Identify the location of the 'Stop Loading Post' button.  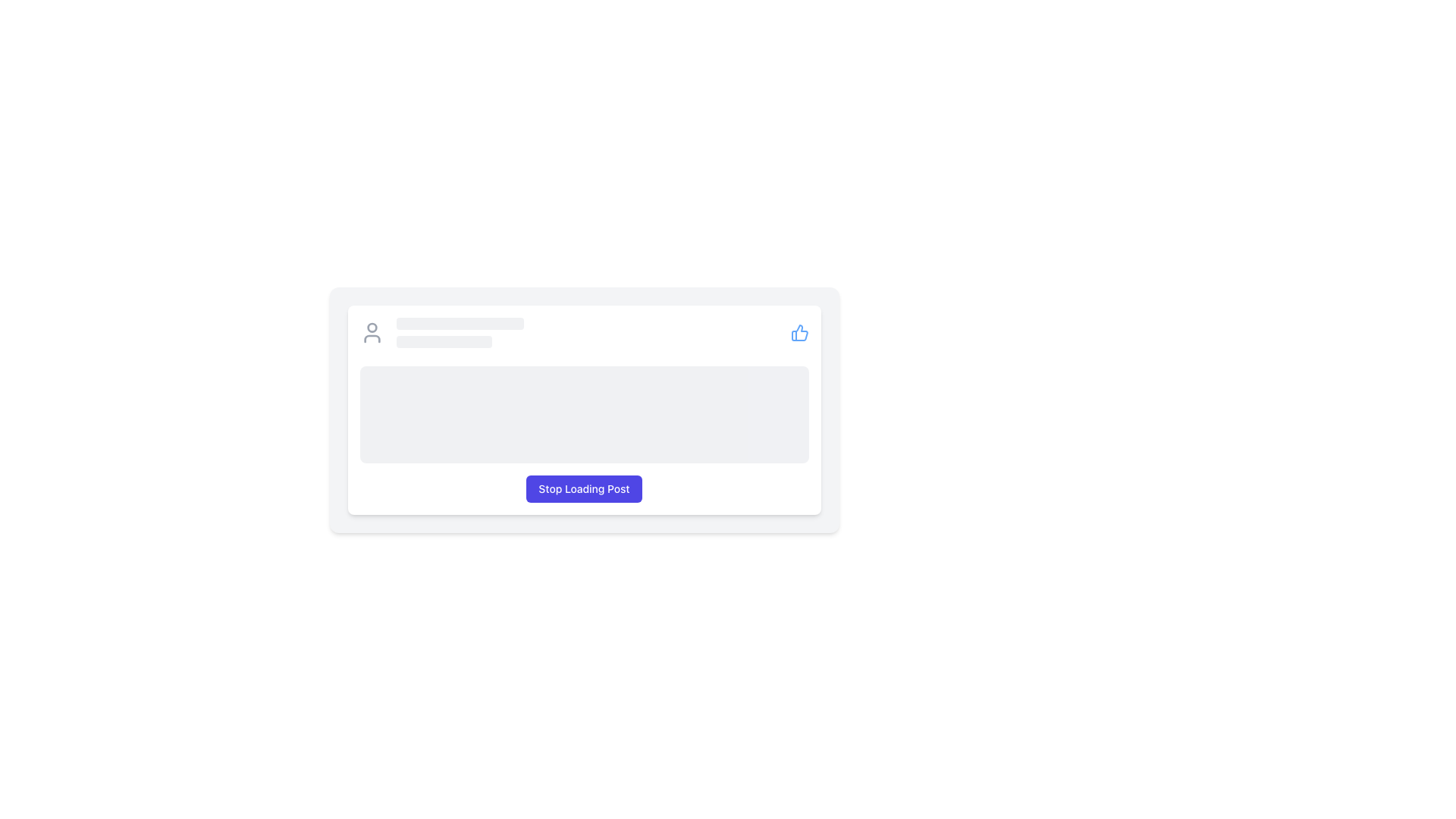
(583, 488).